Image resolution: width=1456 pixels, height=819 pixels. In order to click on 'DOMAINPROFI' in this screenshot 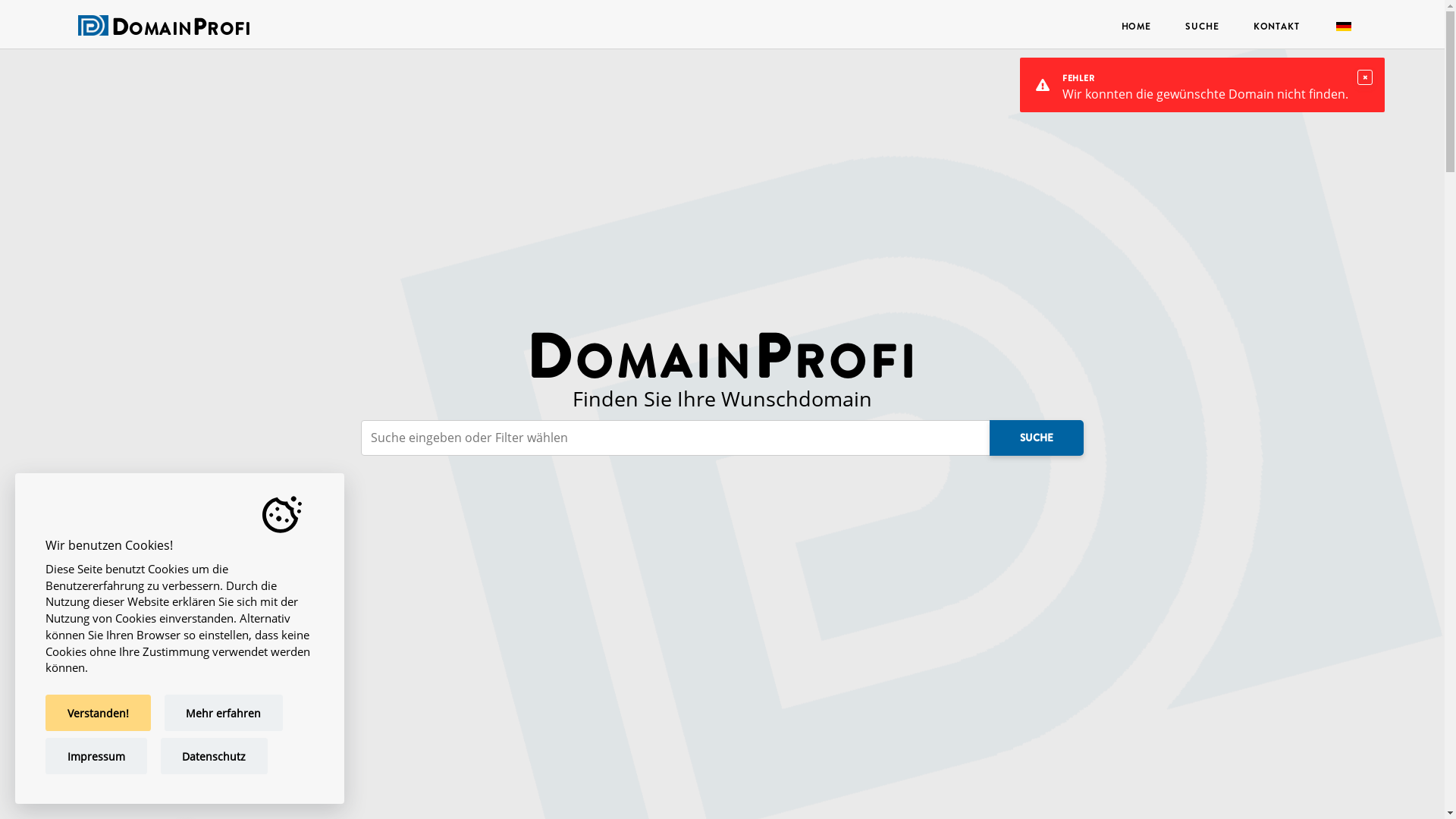, I will do `click(180, 30)`.